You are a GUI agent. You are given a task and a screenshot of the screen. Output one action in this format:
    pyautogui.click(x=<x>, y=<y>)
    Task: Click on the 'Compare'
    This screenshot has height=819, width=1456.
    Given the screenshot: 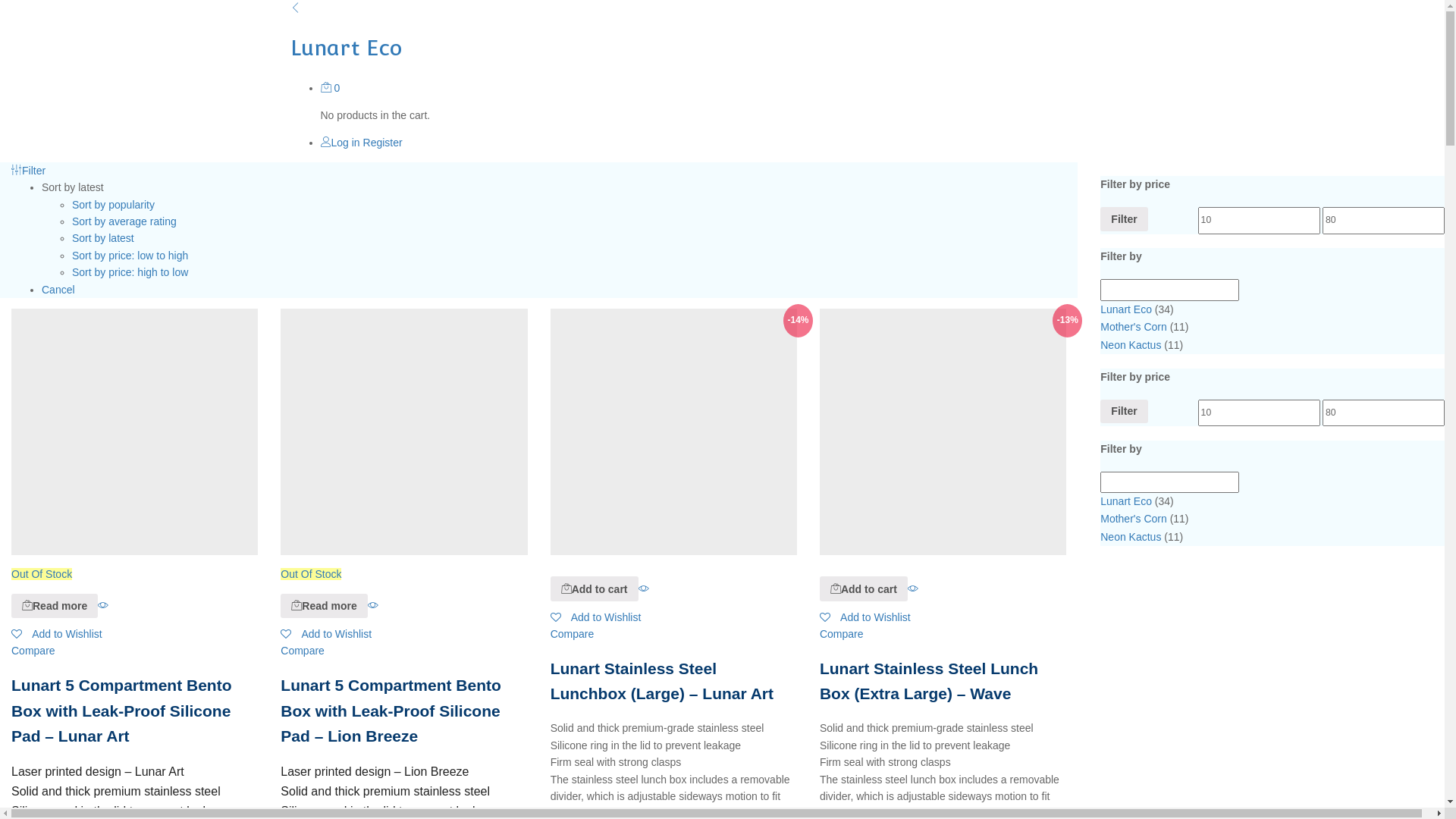 What is the action you would take?
    pyautogui.click(x=33, y=649)
    